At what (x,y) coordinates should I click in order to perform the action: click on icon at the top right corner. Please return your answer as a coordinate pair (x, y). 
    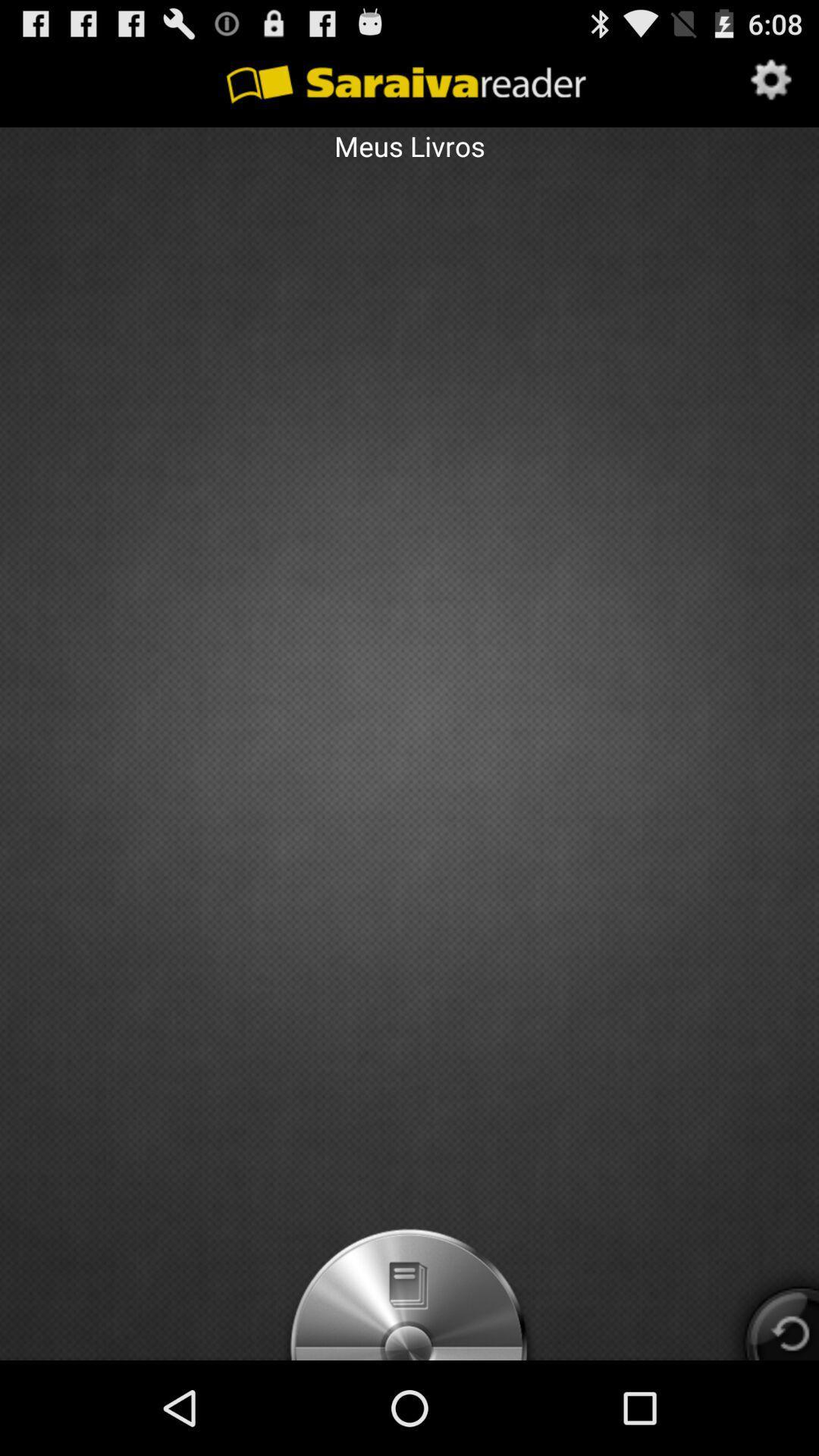
    Looking at the image, I should click on (772, 80).